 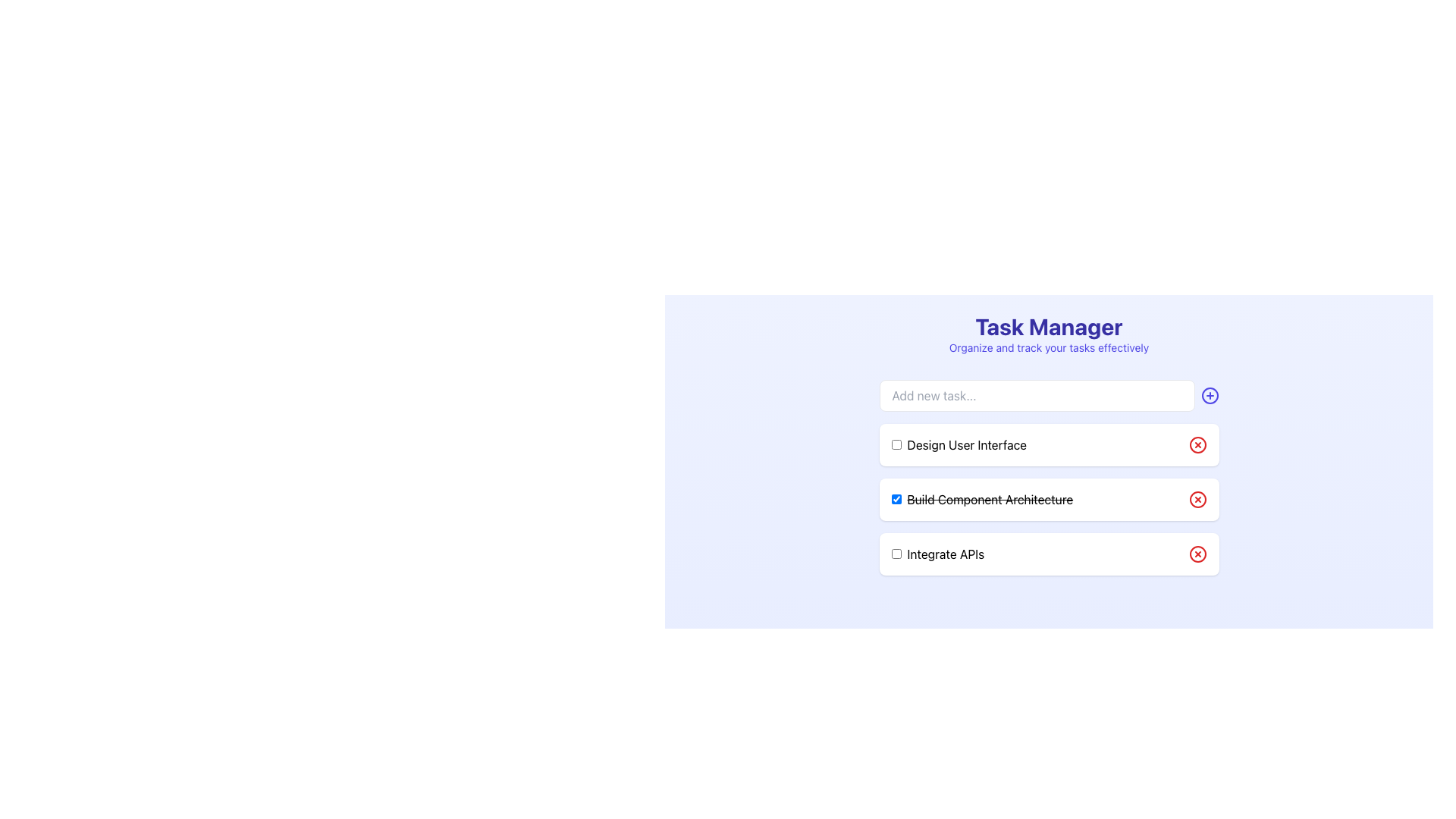 What do you see at coordinates (1209, 394) in the screenshot?
I see `the button that adds a new task` at bounding box center [1209, 394].